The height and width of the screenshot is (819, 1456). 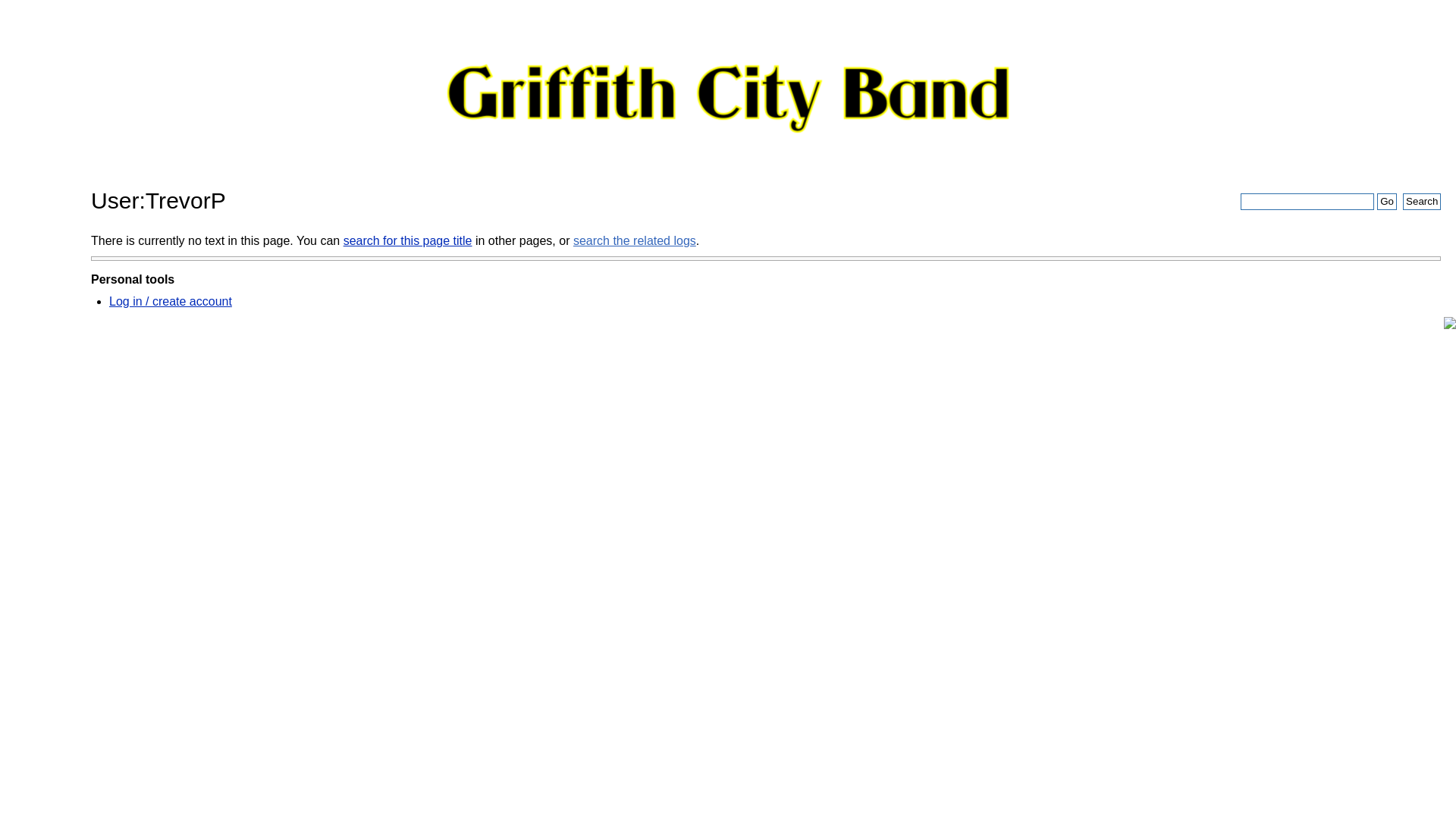 I want to click on 'search the related logs', so click(x=634, y=240).